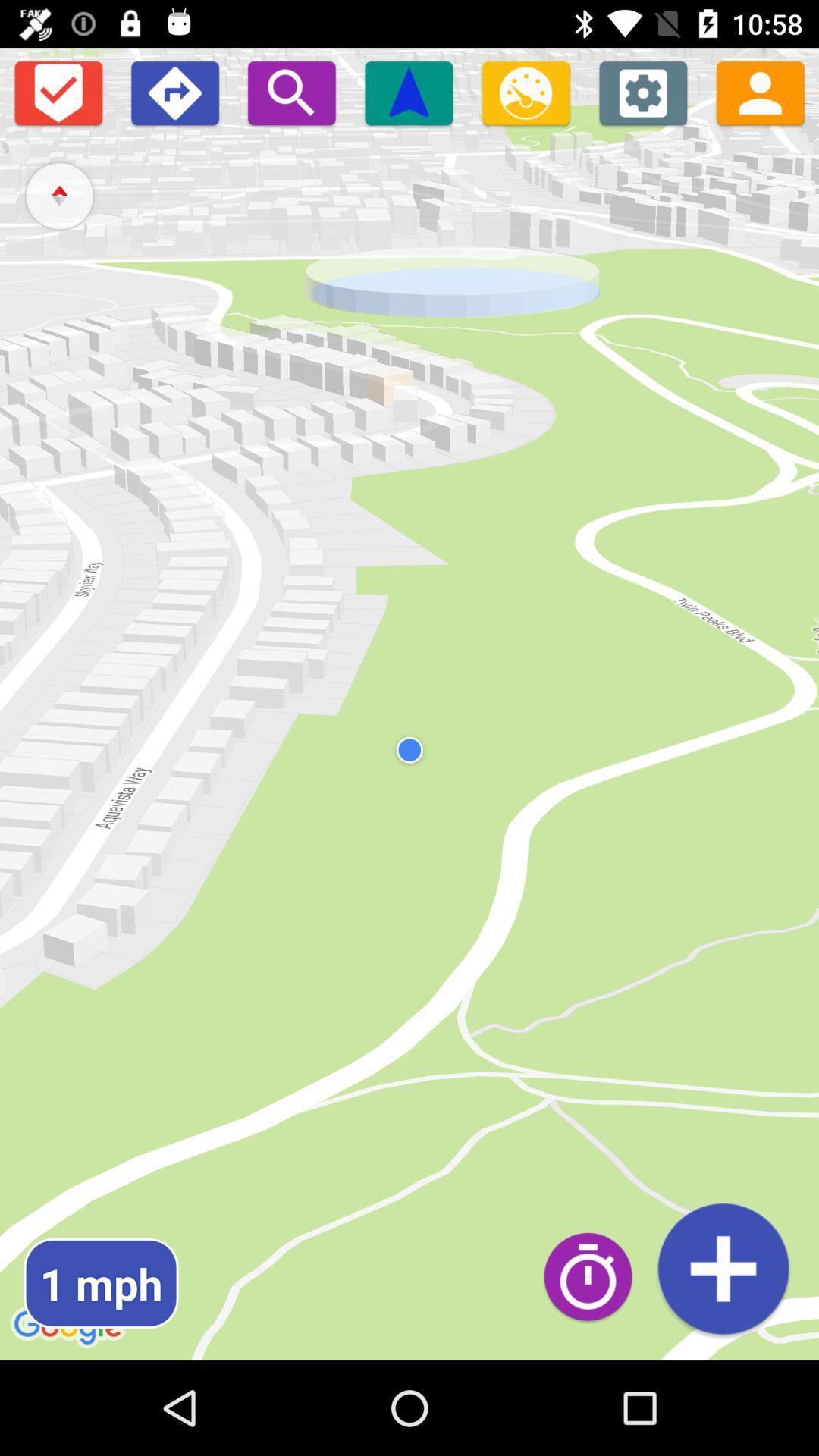 The image size is (819, 1456). Describe the element at coordinates (57, 92) in the screenshot. I see `the check icon` at that location.